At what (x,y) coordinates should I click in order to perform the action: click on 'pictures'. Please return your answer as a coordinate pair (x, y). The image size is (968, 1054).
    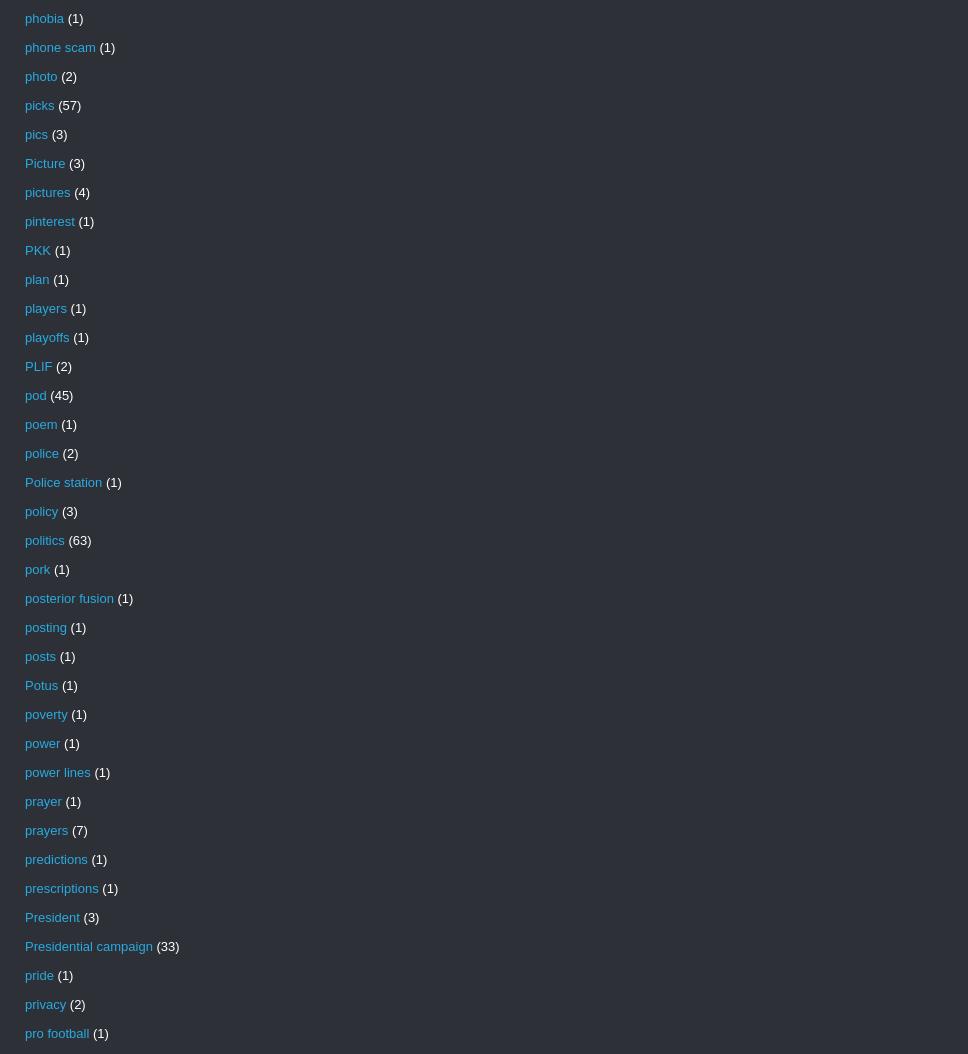
    Looking at the image, I should click on (24, 191).